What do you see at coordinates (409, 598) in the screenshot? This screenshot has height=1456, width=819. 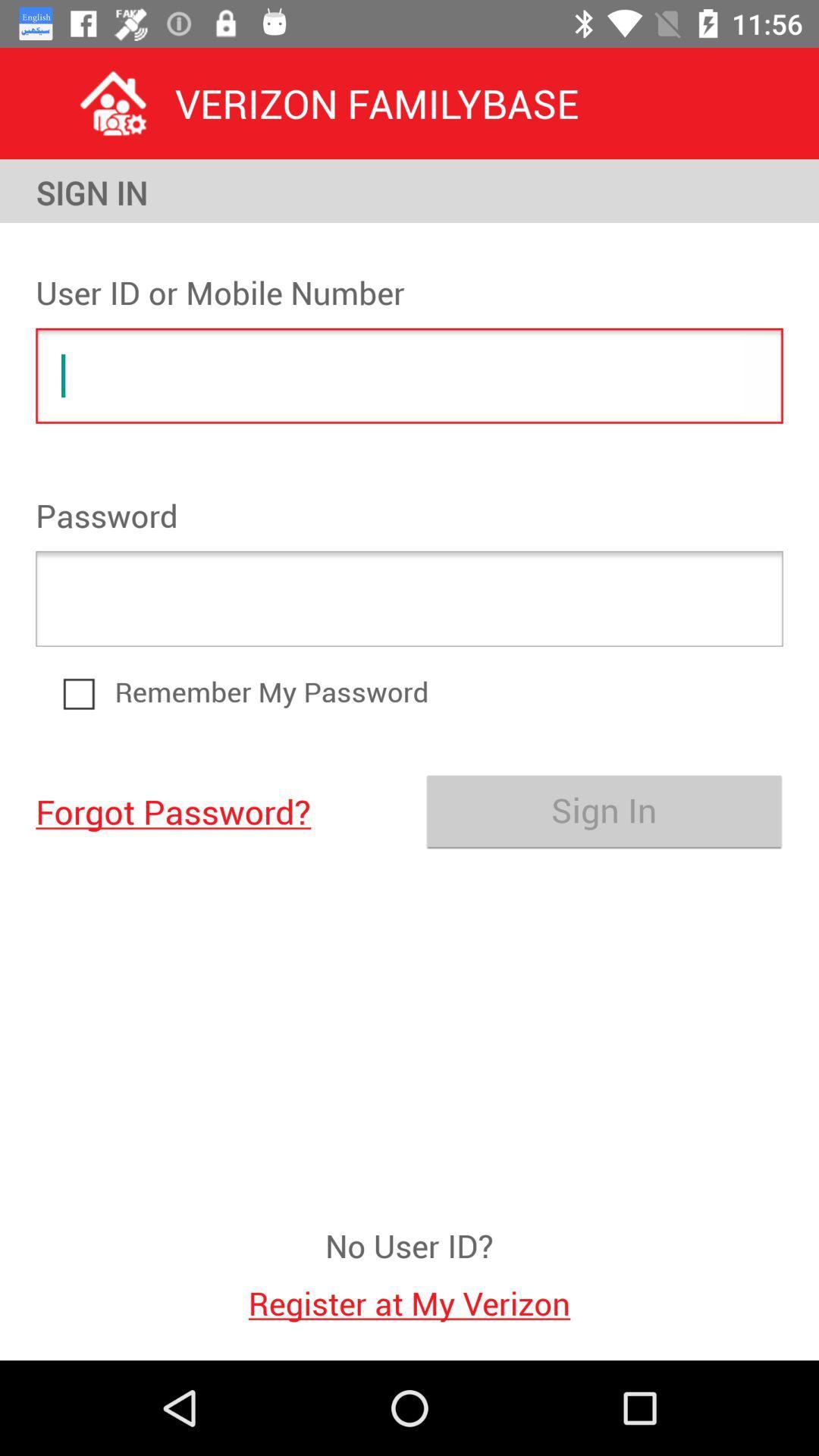 I see `password field` at bounding box center [409, 598].